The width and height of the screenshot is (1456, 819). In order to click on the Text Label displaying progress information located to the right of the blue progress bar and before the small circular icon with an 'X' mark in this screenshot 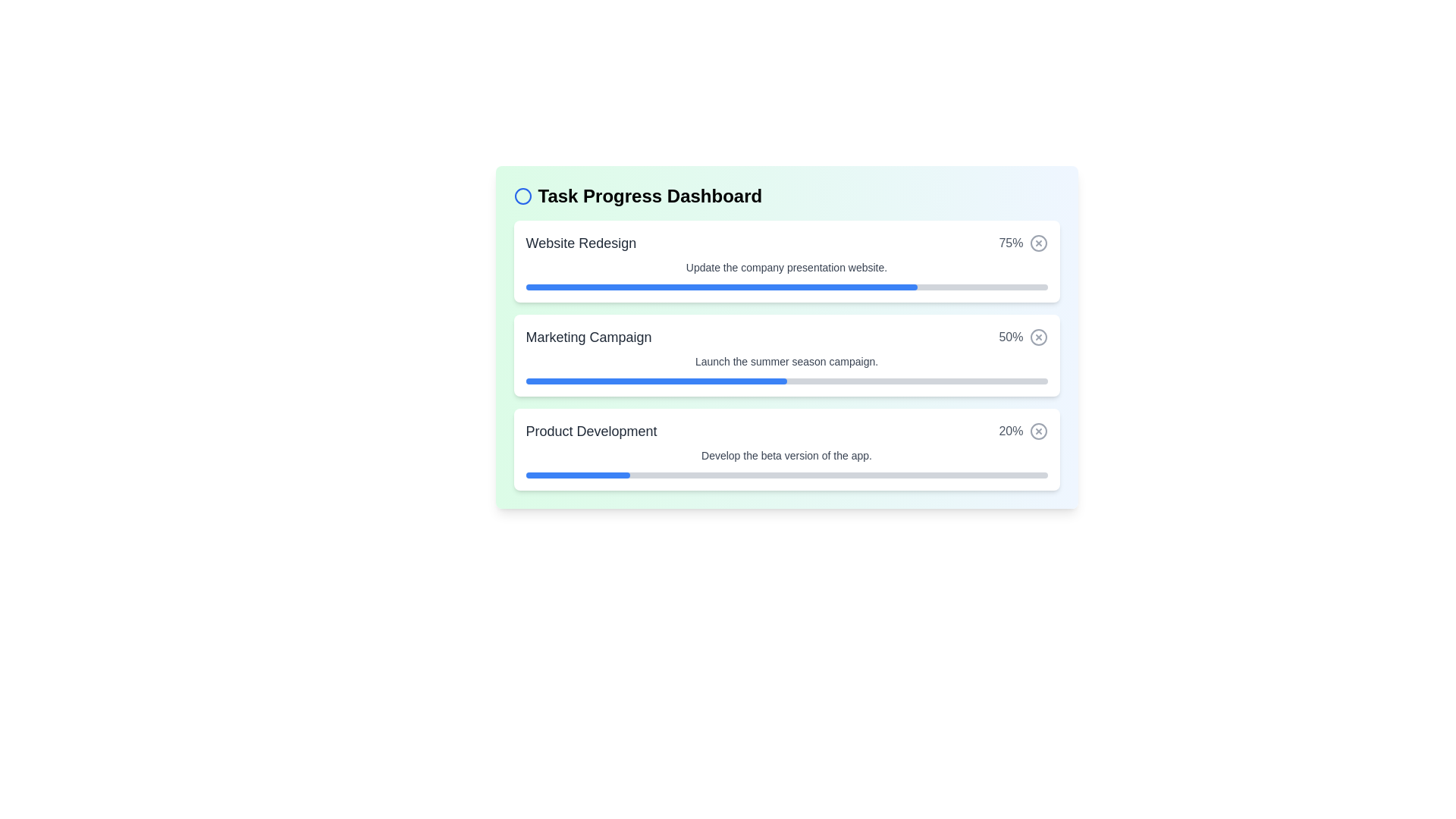, I will do `click(1011, 336)`.